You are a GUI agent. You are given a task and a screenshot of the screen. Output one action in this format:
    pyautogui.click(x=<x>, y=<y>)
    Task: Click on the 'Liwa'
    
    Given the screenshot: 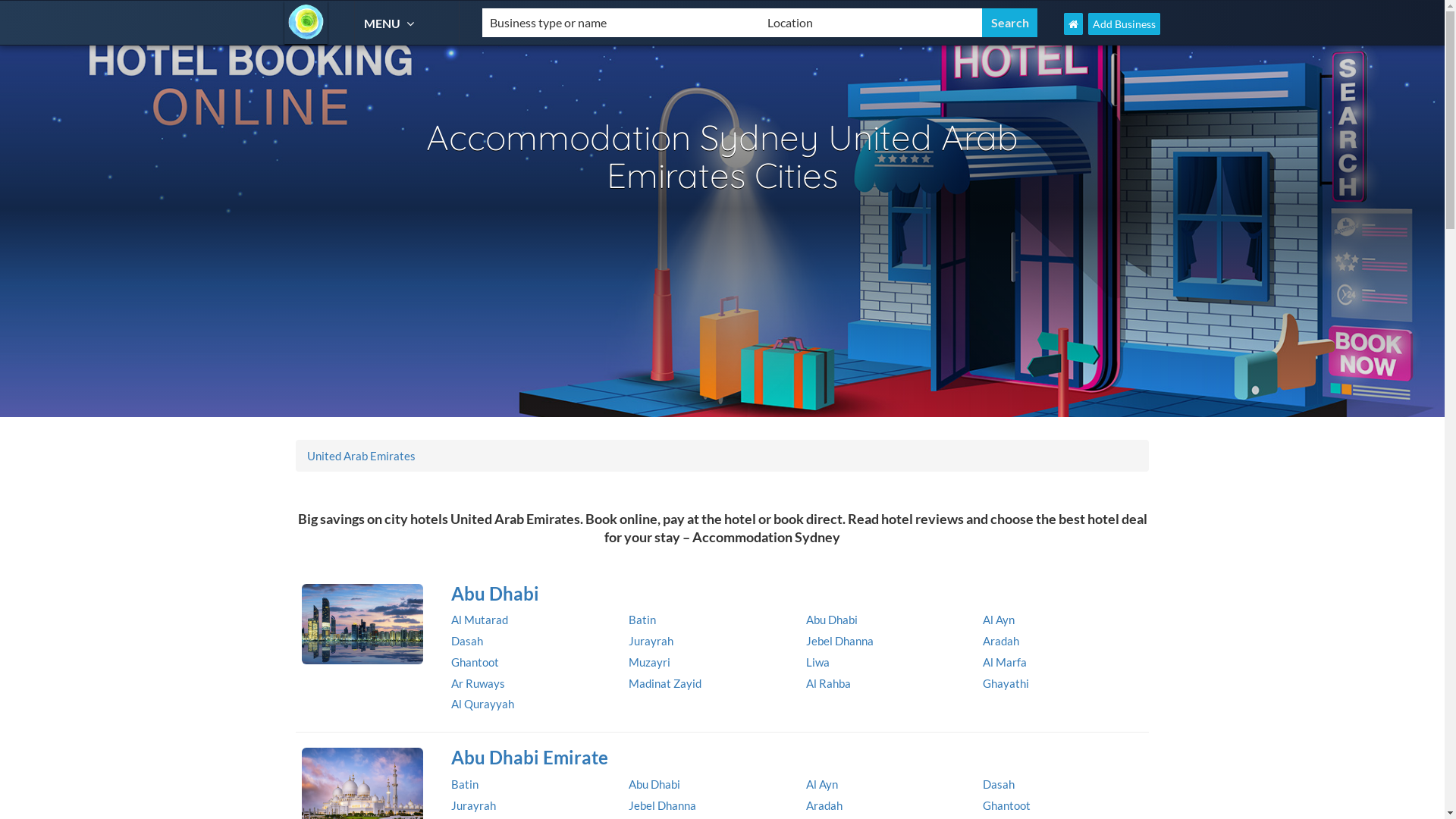 What is the action you would take?
    pyautogui.click(x=804, y=661)
    